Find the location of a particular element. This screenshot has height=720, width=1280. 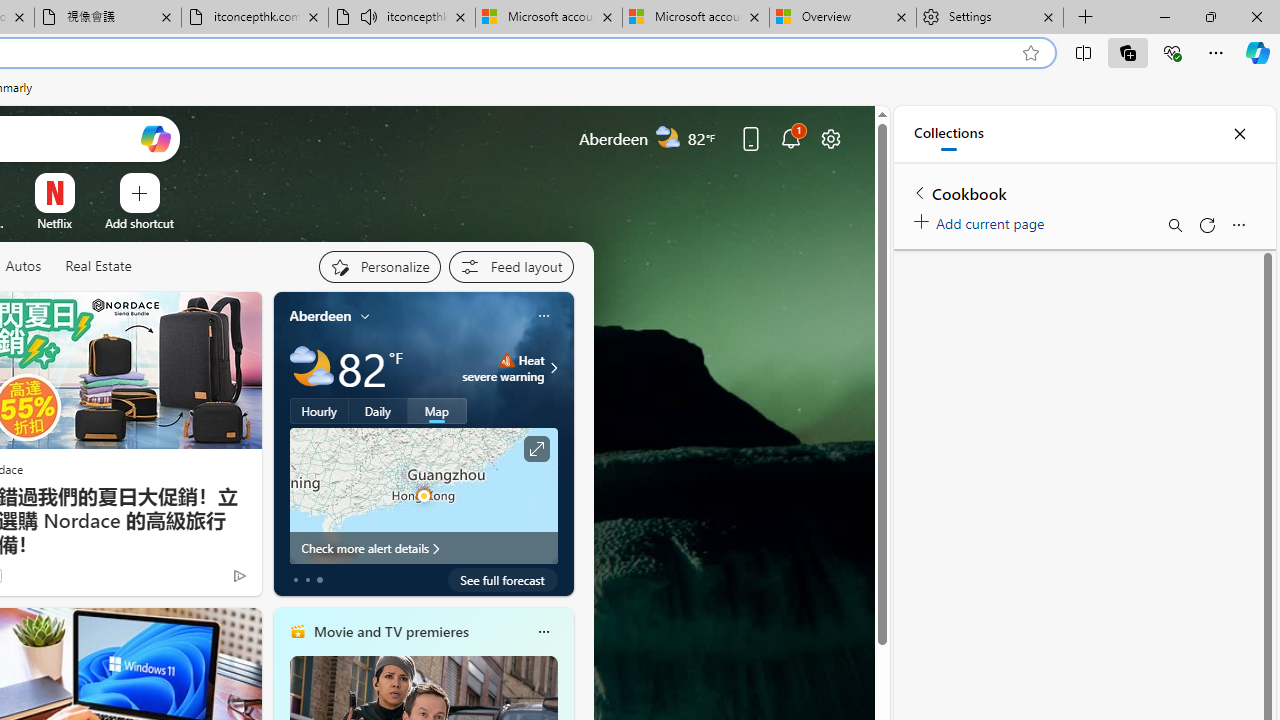

'Class: icon-img' is located at coordinates (543, 632).